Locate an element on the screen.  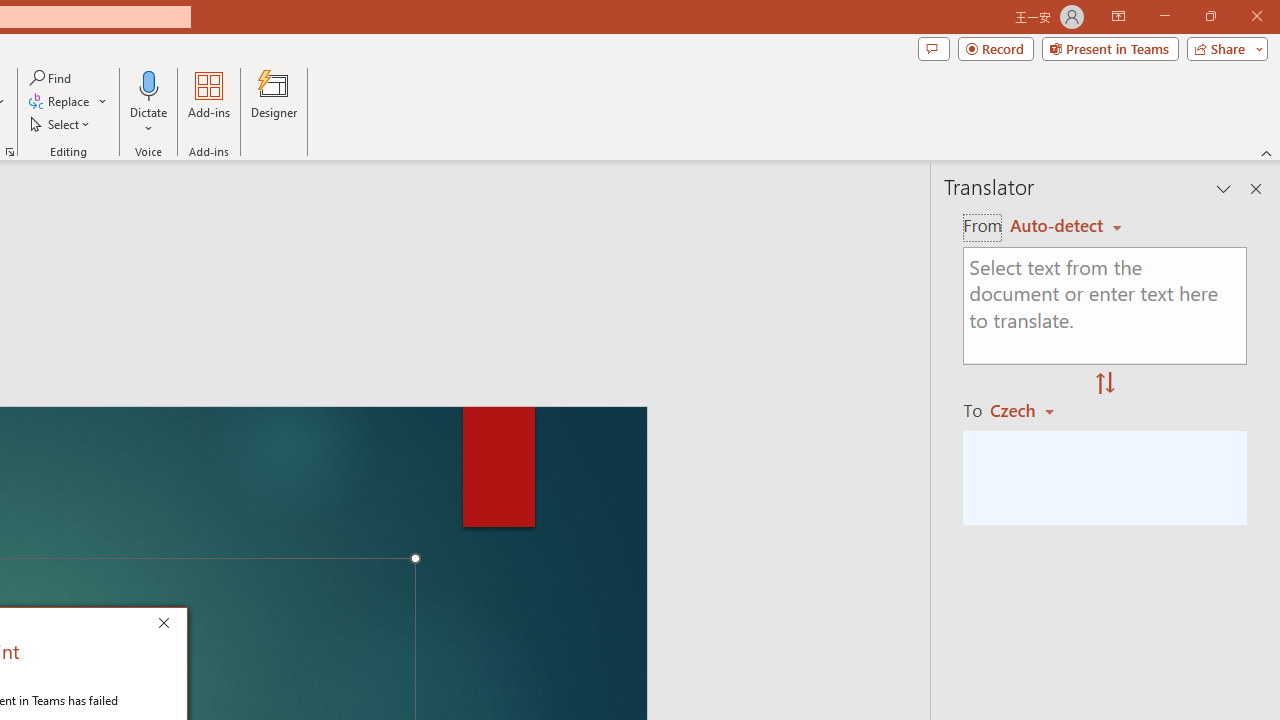
'Auto-detect' is located at coordinates (1065, 225).